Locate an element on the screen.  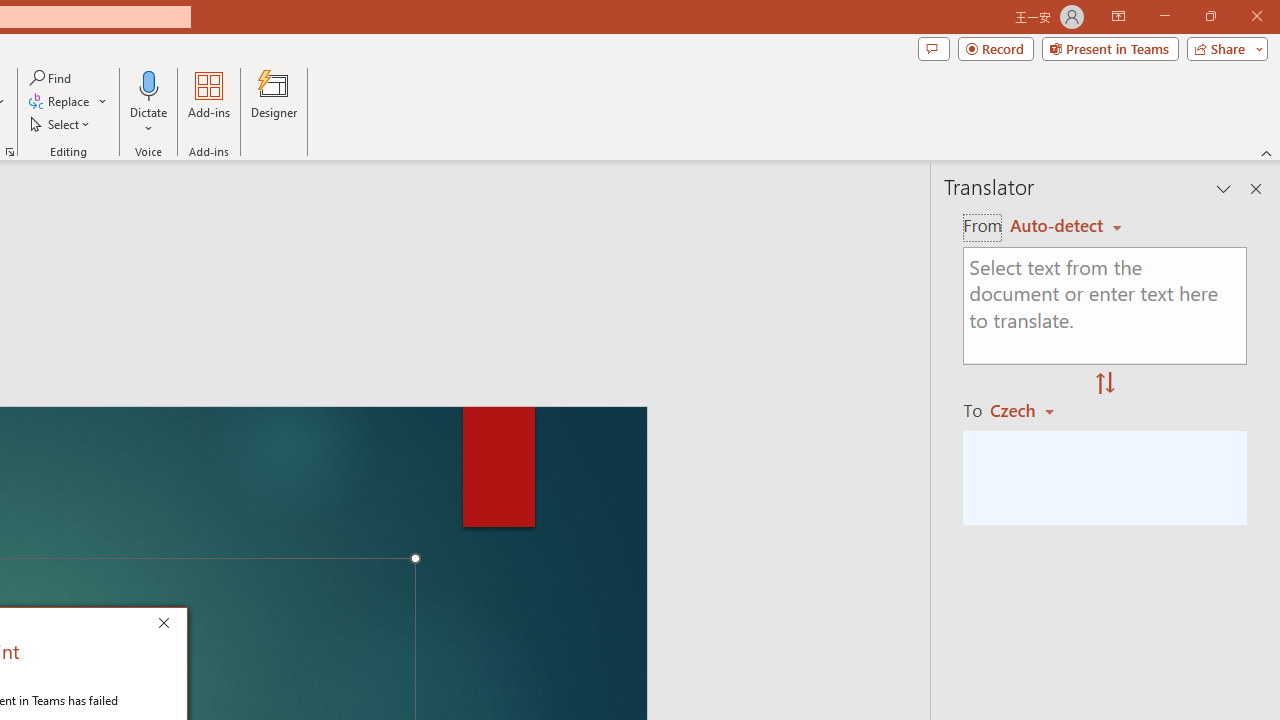
'Auto-detect' is located at coordinates (1065, 225).